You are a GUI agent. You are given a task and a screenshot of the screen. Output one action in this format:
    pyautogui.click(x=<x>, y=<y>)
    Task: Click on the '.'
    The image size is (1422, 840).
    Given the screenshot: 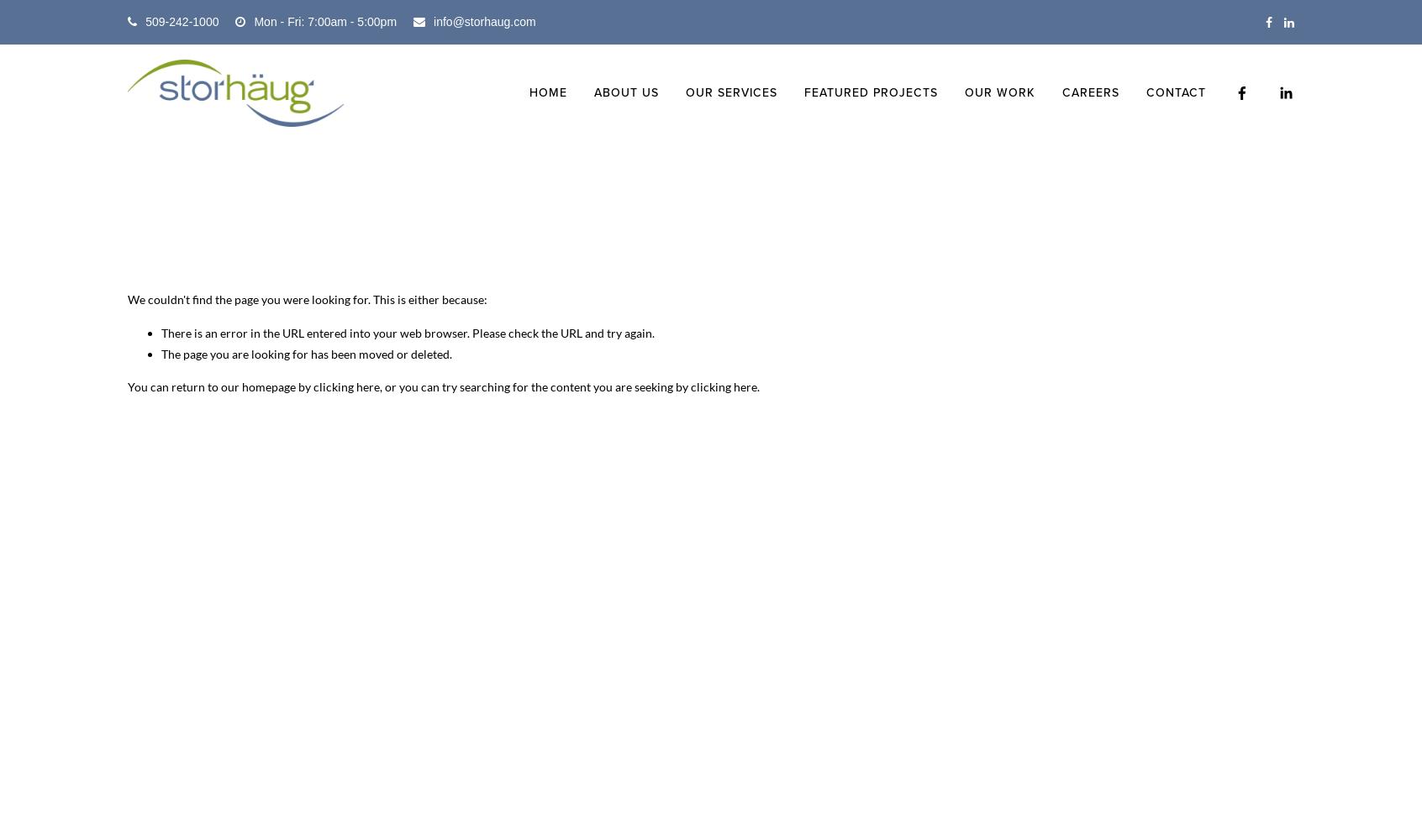 What is the action you would take?
    pyautogui.click(x=757, y=385)
    